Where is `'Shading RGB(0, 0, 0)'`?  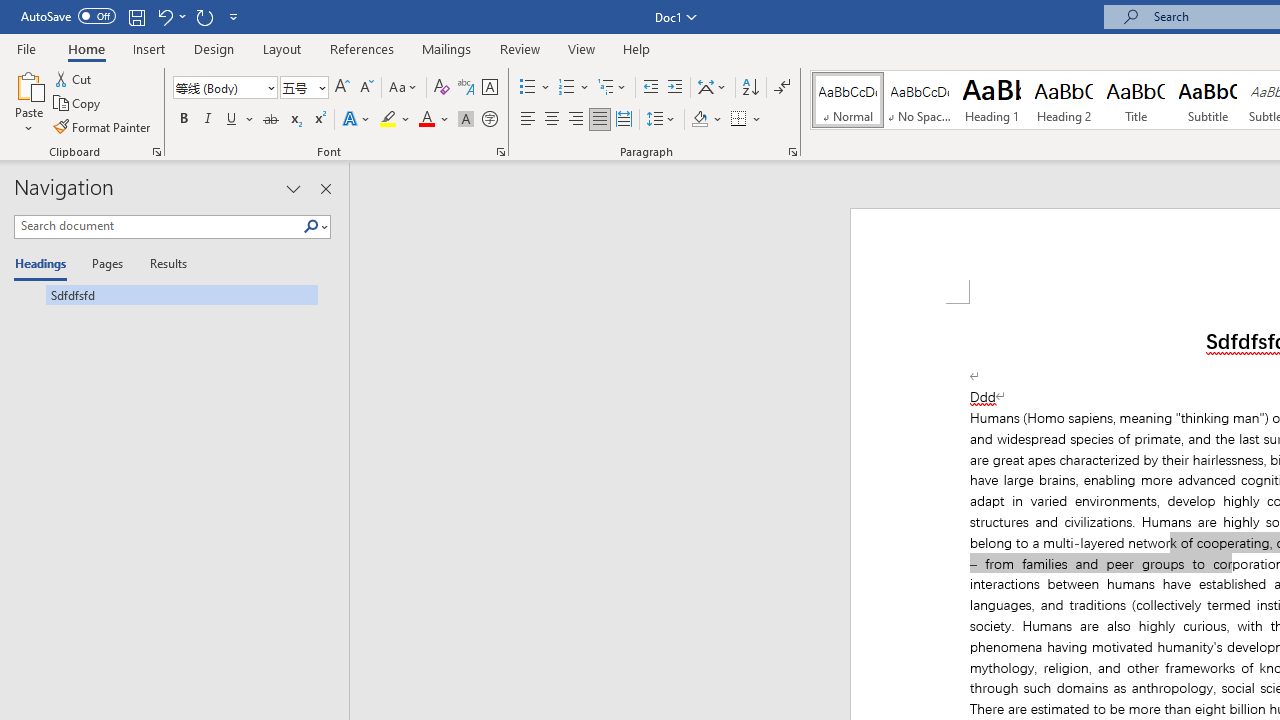 'Shading RGB(0, 0, 0)' is located at coordinates (699, 119).